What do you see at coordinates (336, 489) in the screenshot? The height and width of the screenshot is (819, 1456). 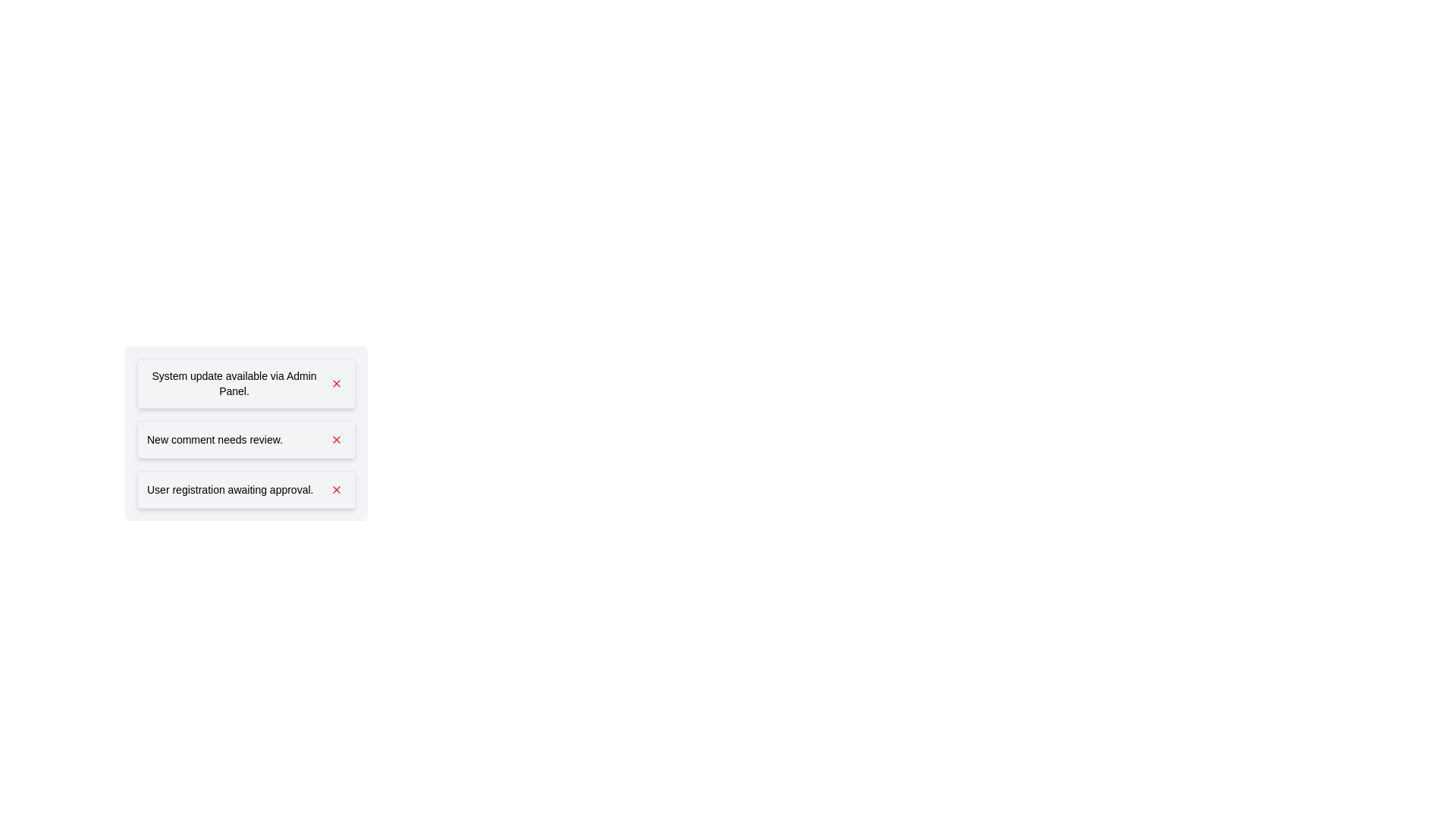 I see `the dismiss button located in the top-right corner of the third notification card, adjacent to the text 'User registration awaiting approval'` at bounding box center [336, 489].